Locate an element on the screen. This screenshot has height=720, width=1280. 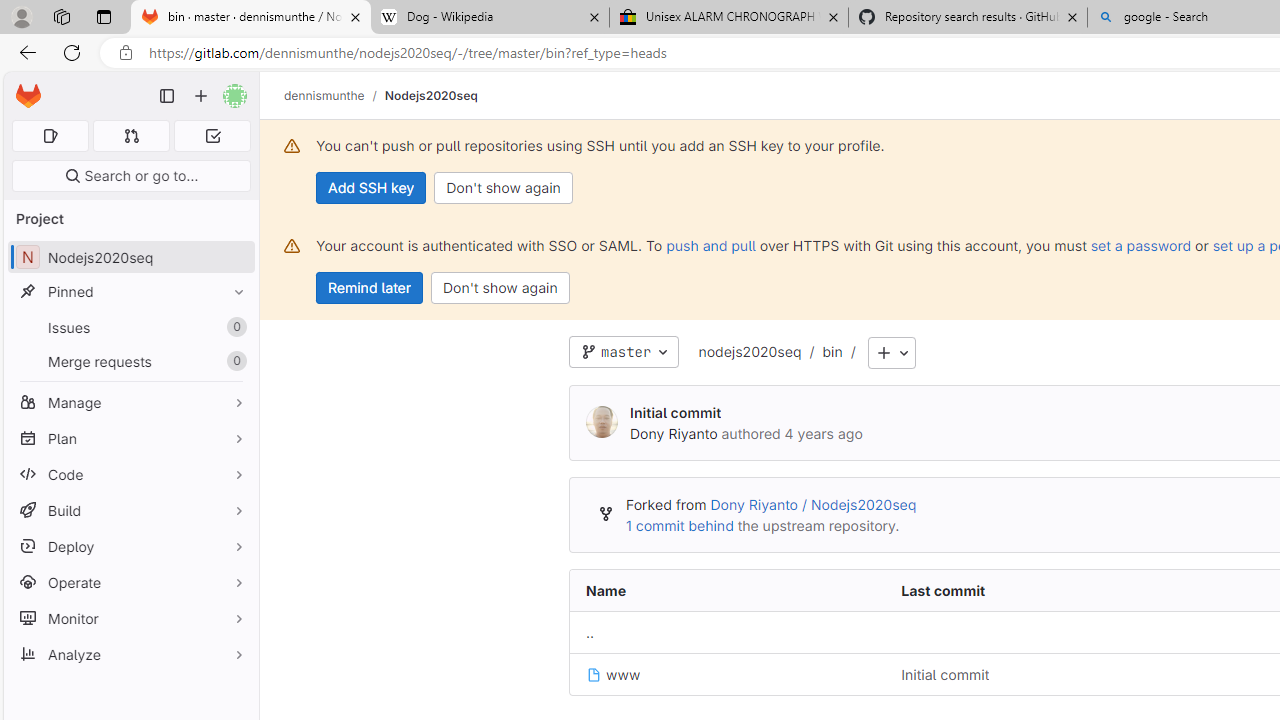
'Operate' is located at coordinates (130, 582).